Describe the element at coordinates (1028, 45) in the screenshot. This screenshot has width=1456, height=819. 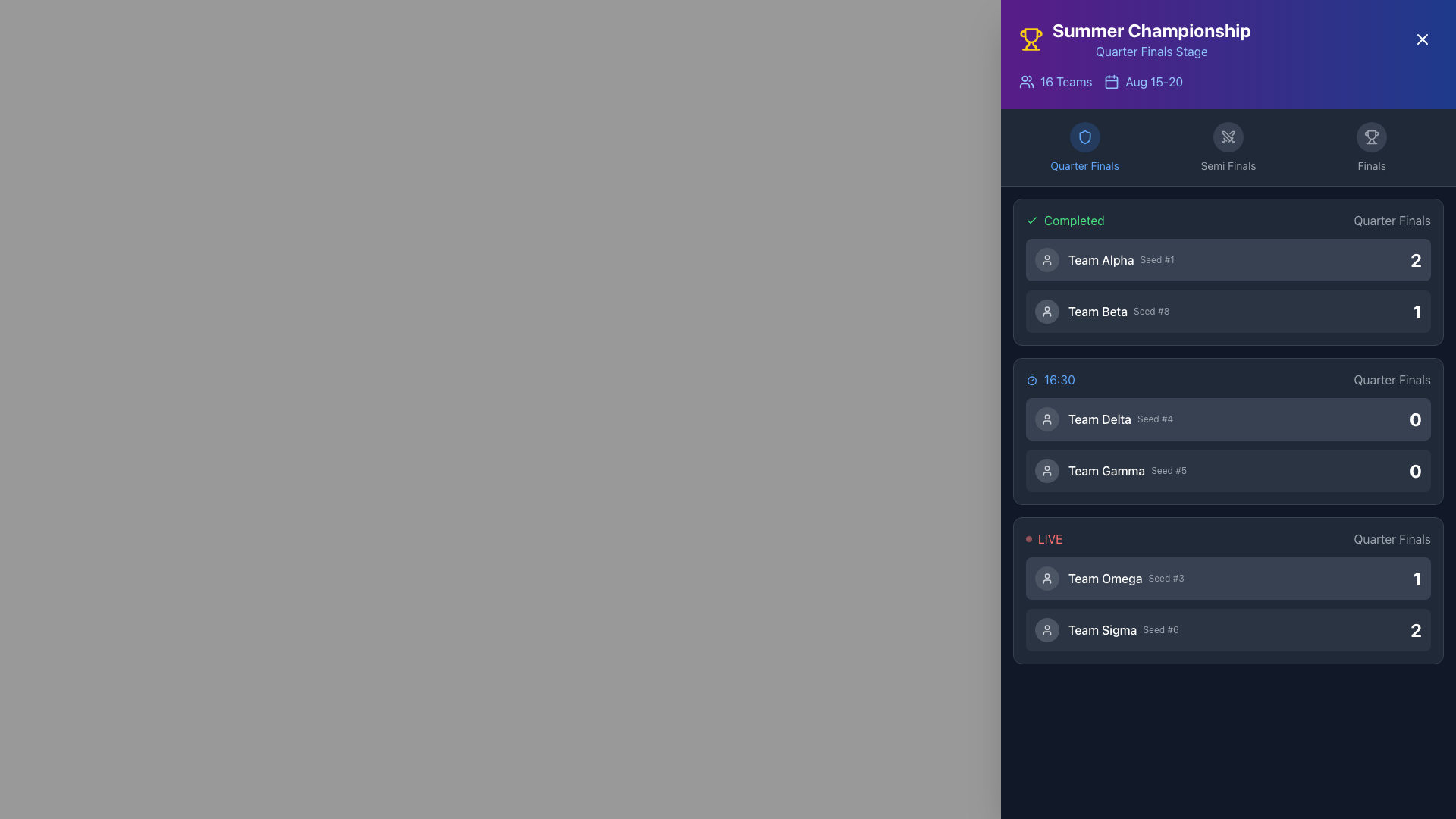
I see `the left handle of the trophy icon, which is a curved line in the SVG graphic, located at the top-left side of the interface` at that location.